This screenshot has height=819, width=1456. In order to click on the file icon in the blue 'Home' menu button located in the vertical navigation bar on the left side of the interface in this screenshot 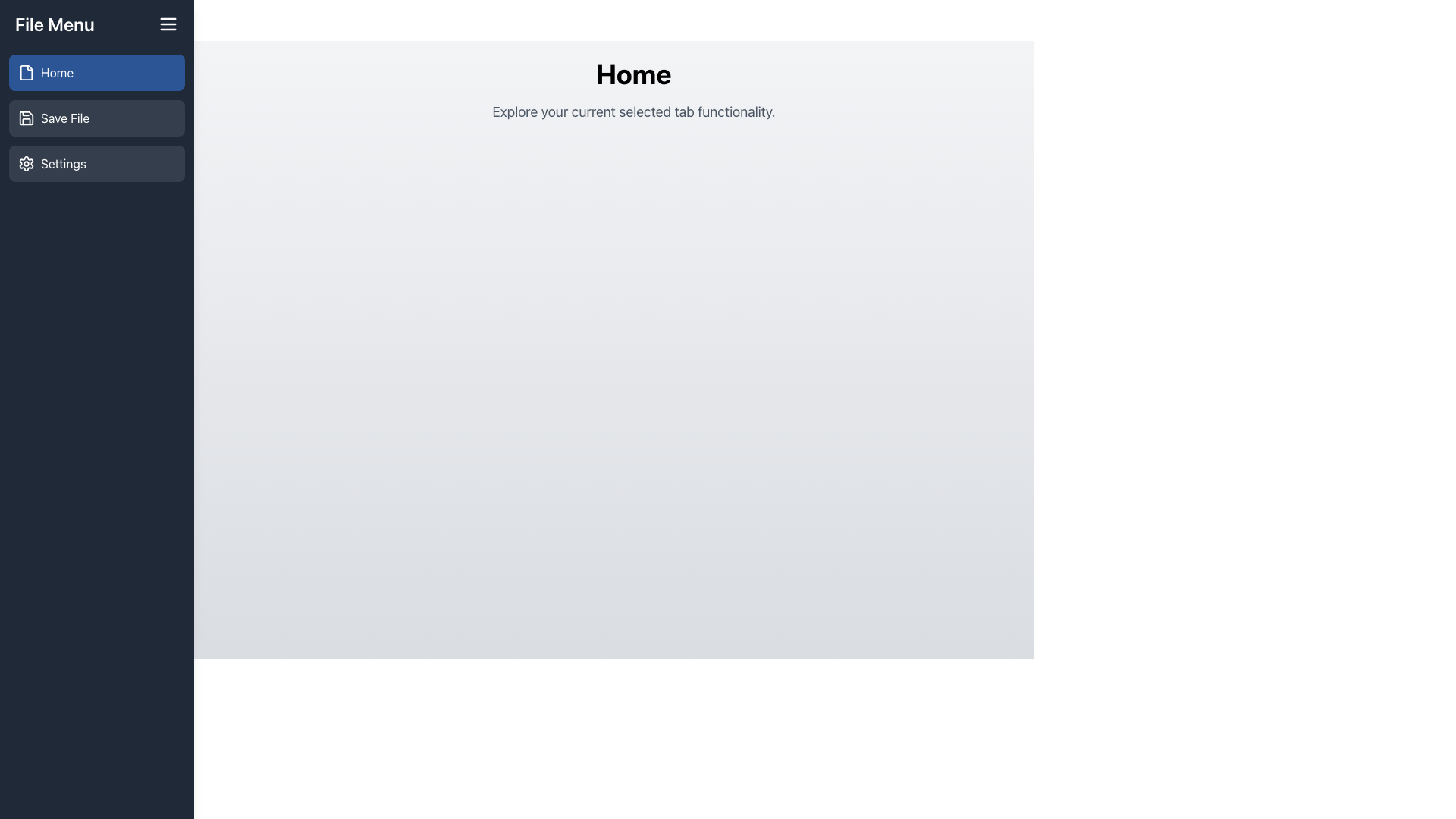, I will do `click(26, 73)`.